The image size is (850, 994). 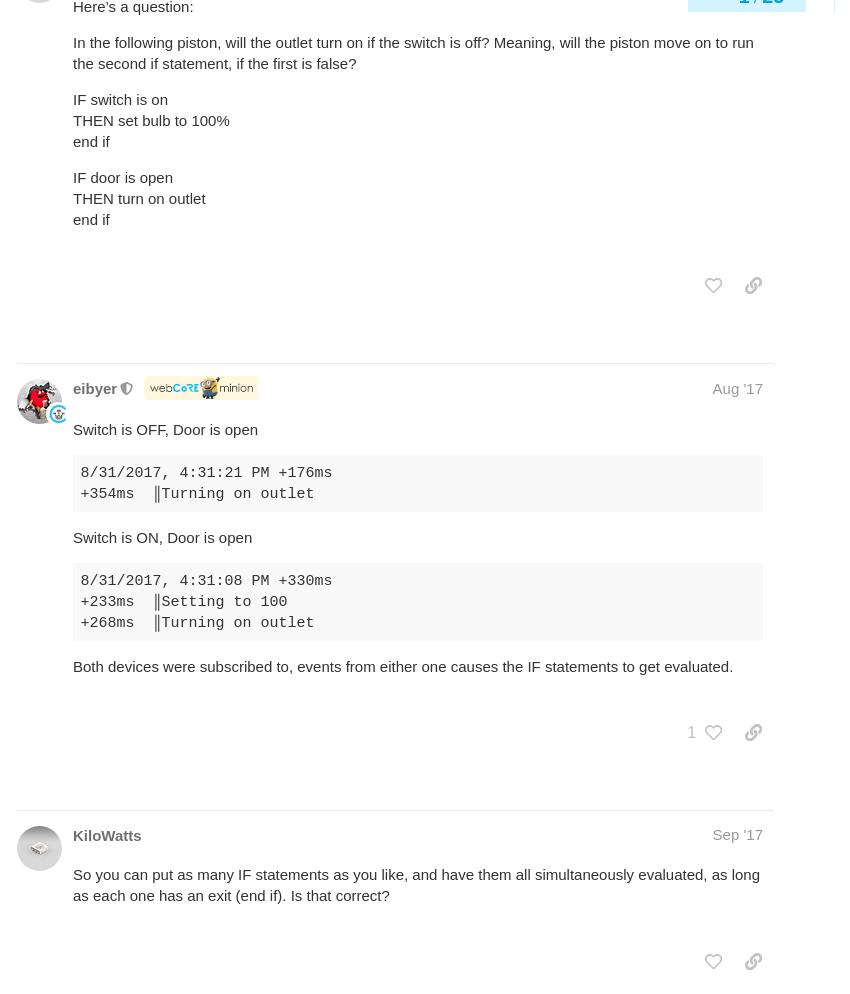 What do you see at coordinates (416, 884) in the screenshot?
I see `'So you can put as many IF statements as you like, and have them all simultaneously evaluated, as long as each one has an exit (end if).  Is that correct?'` at bounding box center [416, 884].